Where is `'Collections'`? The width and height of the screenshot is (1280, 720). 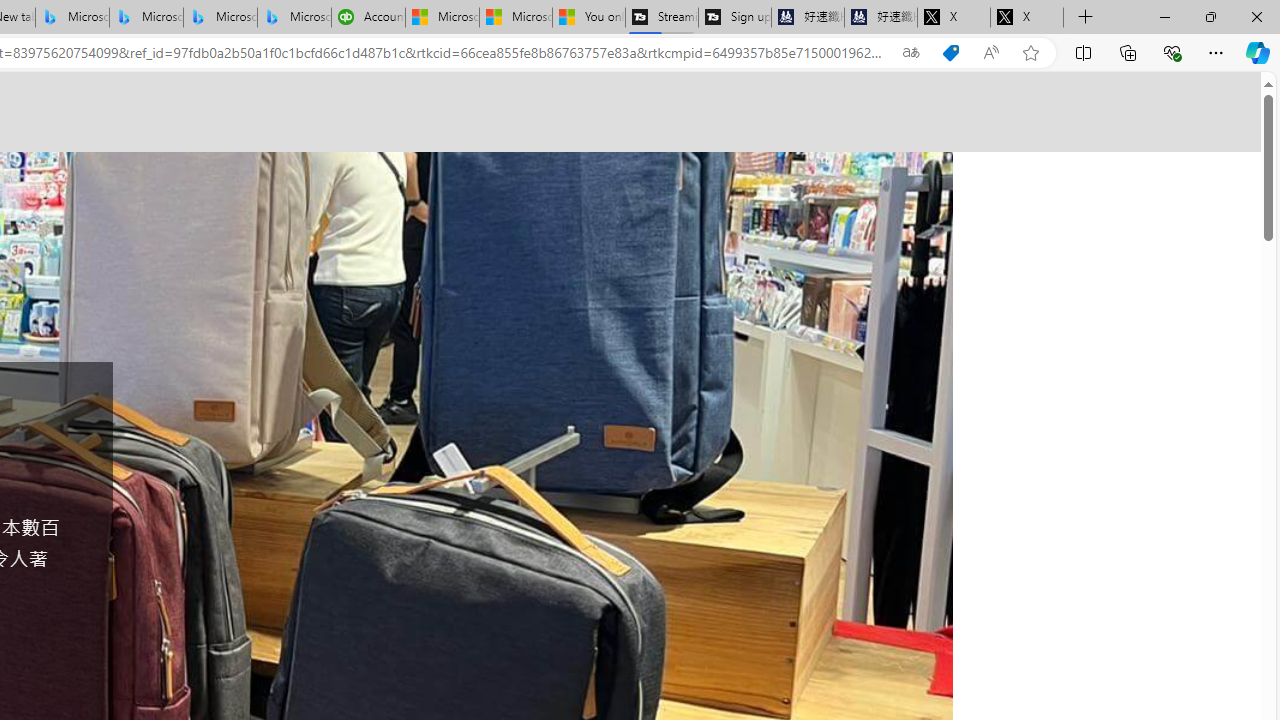 'Collections' is located at coordinates (1128, 51).